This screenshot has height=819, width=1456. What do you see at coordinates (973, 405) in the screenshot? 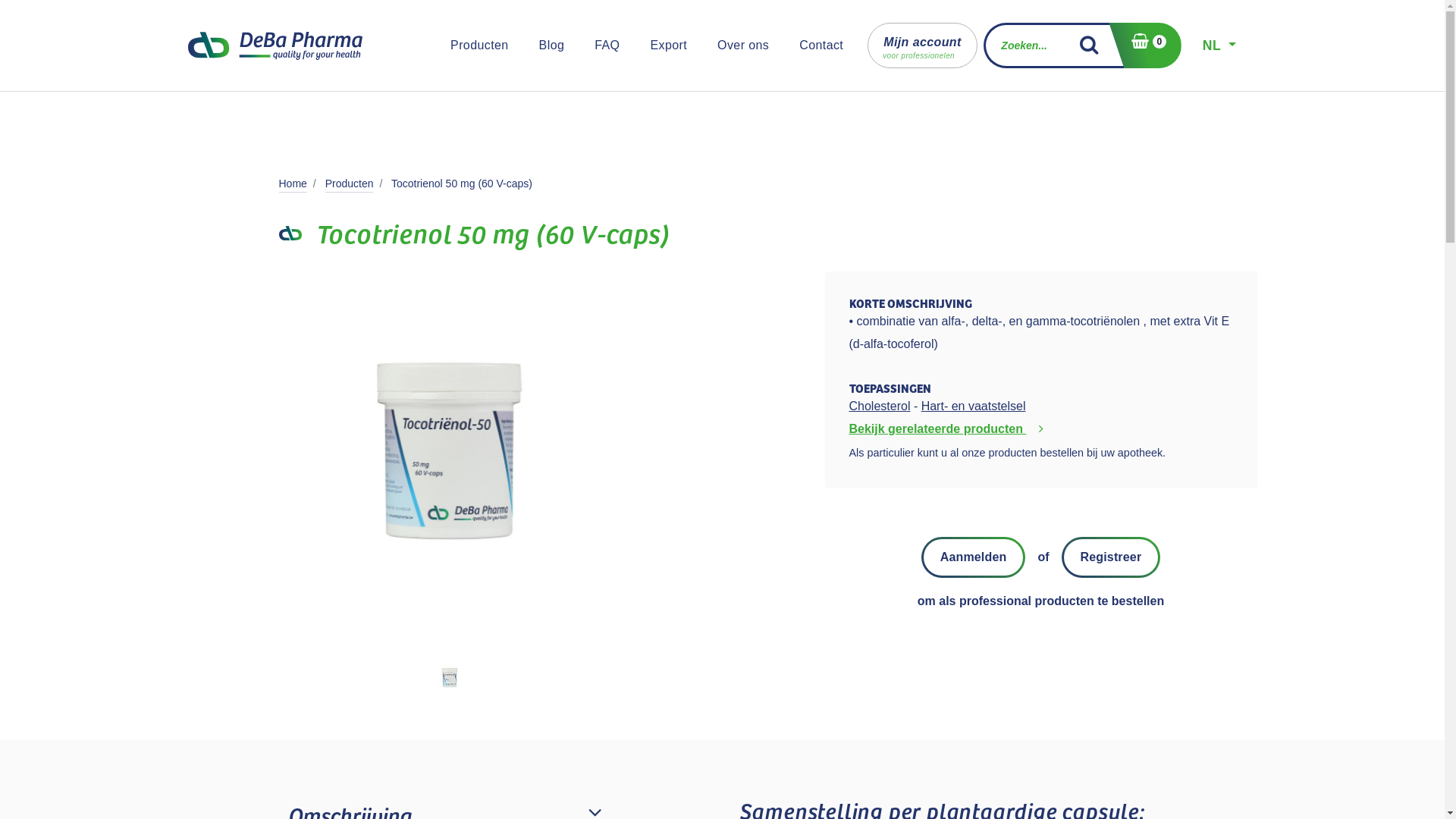
I see `'Hart- en vaatstelsel'` at bounding box center [973, 405].